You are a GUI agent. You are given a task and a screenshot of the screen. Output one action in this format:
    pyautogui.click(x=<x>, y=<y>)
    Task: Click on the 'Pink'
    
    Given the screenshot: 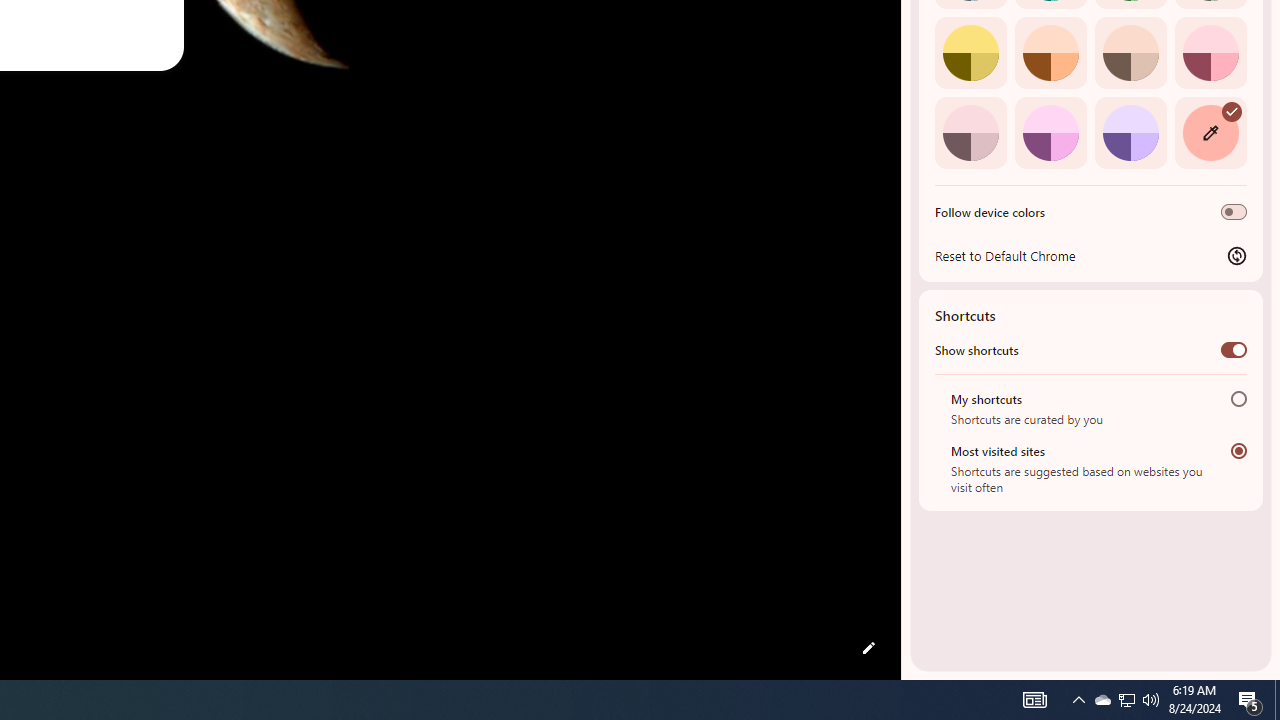 What is the action you would take?
    pyautogui.click(x=970, y=132)
    